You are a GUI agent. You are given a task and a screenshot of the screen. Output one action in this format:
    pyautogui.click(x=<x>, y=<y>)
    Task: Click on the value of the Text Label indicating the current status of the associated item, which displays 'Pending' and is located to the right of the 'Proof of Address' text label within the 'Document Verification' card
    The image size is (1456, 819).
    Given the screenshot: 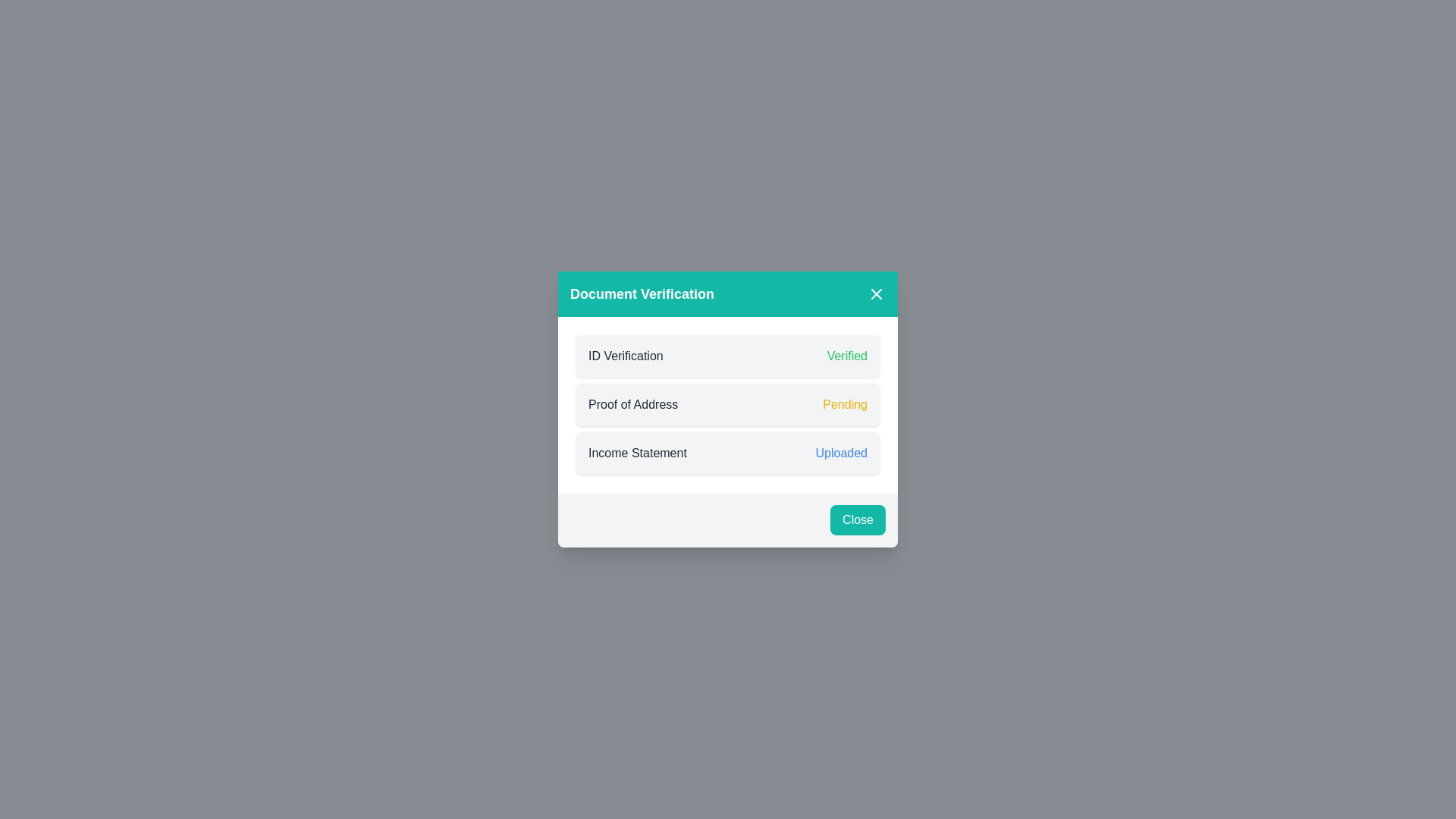 What is the action you would take?
    pyautogui.click(x=844, y=403)
    